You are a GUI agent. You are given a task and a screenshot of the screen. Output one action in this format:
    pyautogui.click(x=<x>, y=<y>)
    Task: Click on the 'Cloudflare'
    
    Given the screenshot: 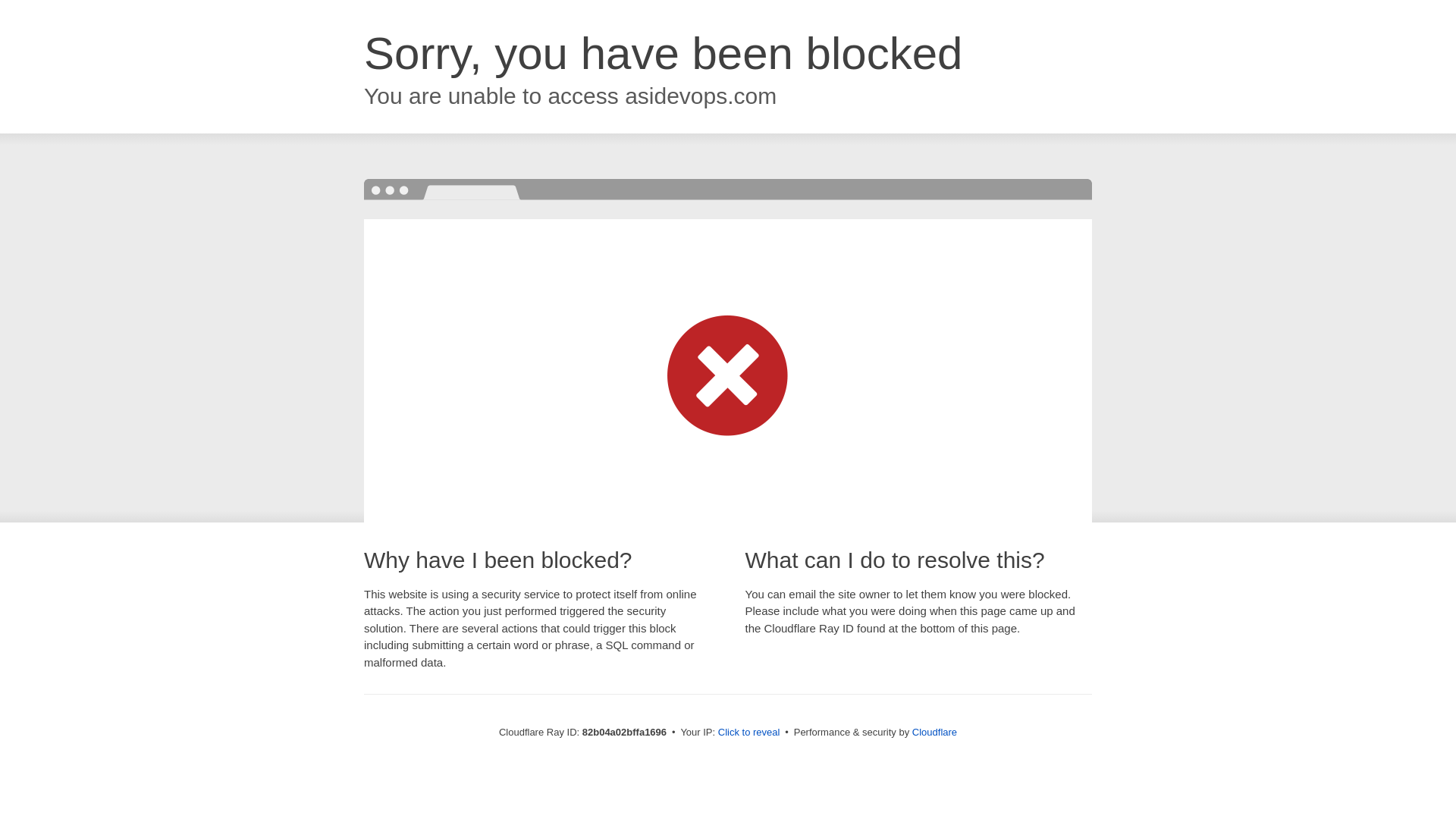 What is the action you would take?
    pyautogui.click(x=934, y=731)
    